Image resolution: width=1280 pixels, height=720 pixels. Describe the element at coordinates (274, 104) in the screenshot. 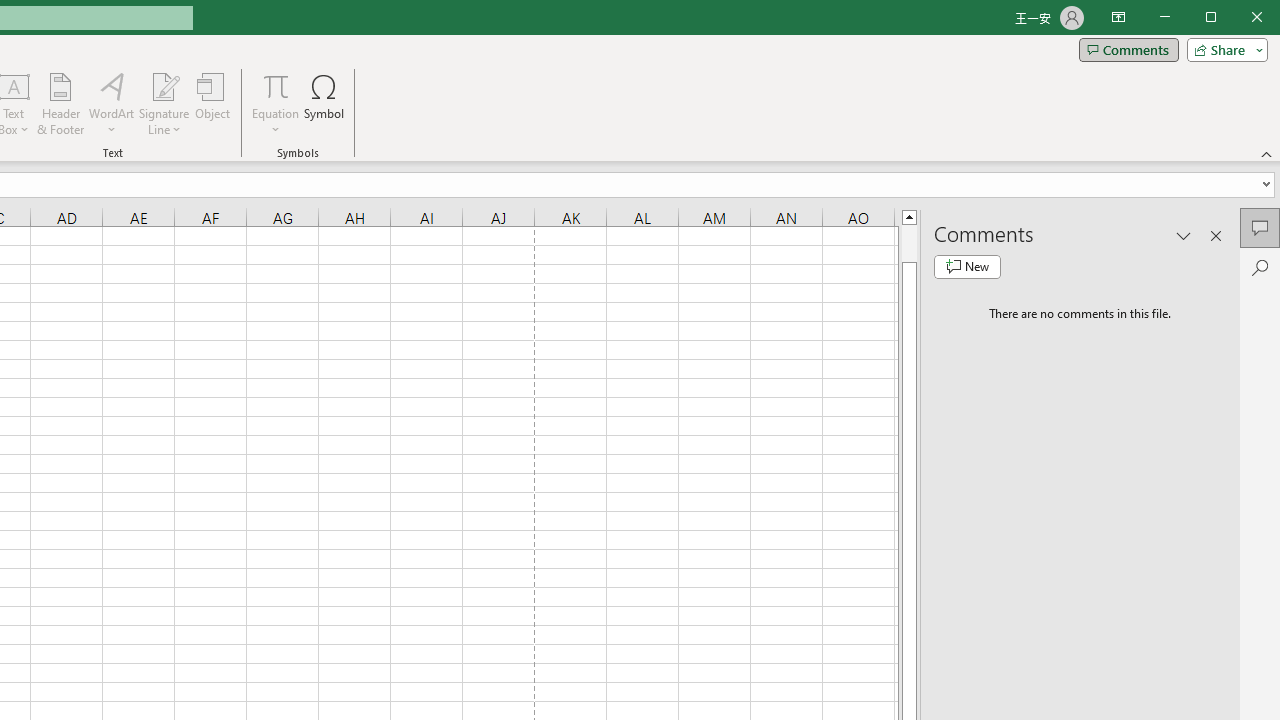

I see `'Equation'` at that location.